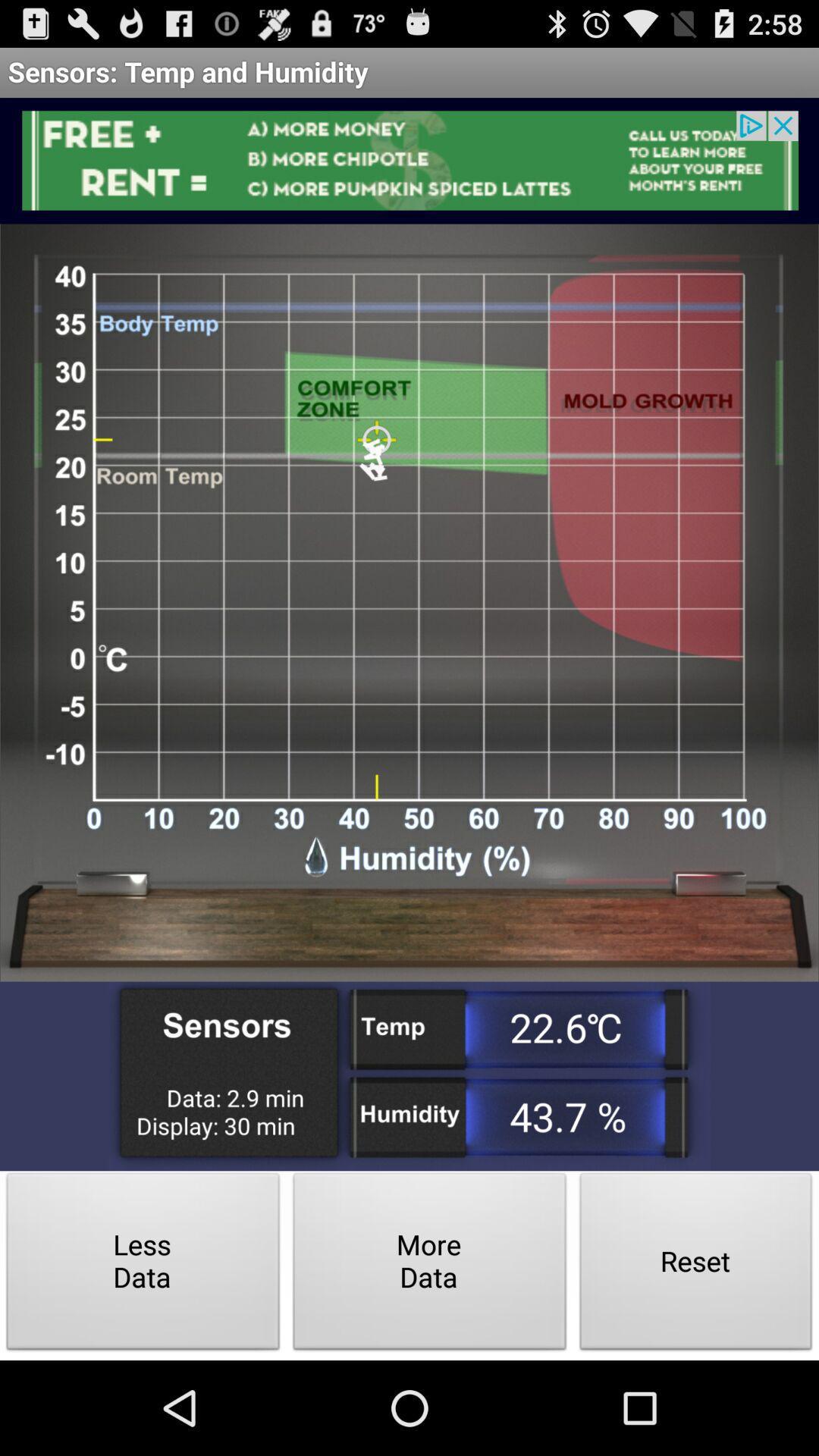 The image size is (819, 1456). I want to click on less, so click(143, 1266).